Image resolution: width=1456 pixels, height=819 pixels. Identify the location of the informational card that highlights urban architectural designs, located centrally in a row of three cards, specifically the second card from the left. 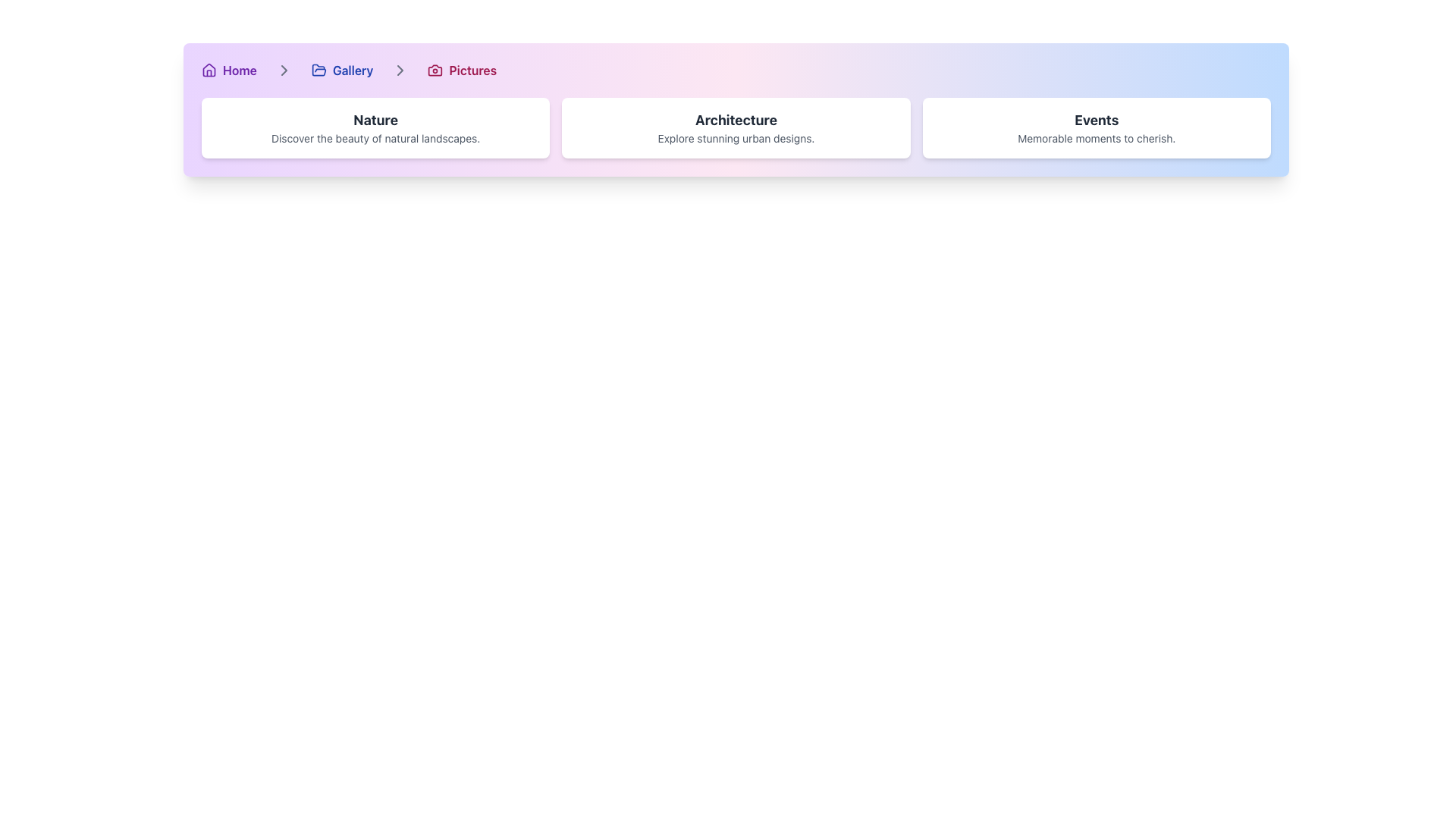
(736, 127).